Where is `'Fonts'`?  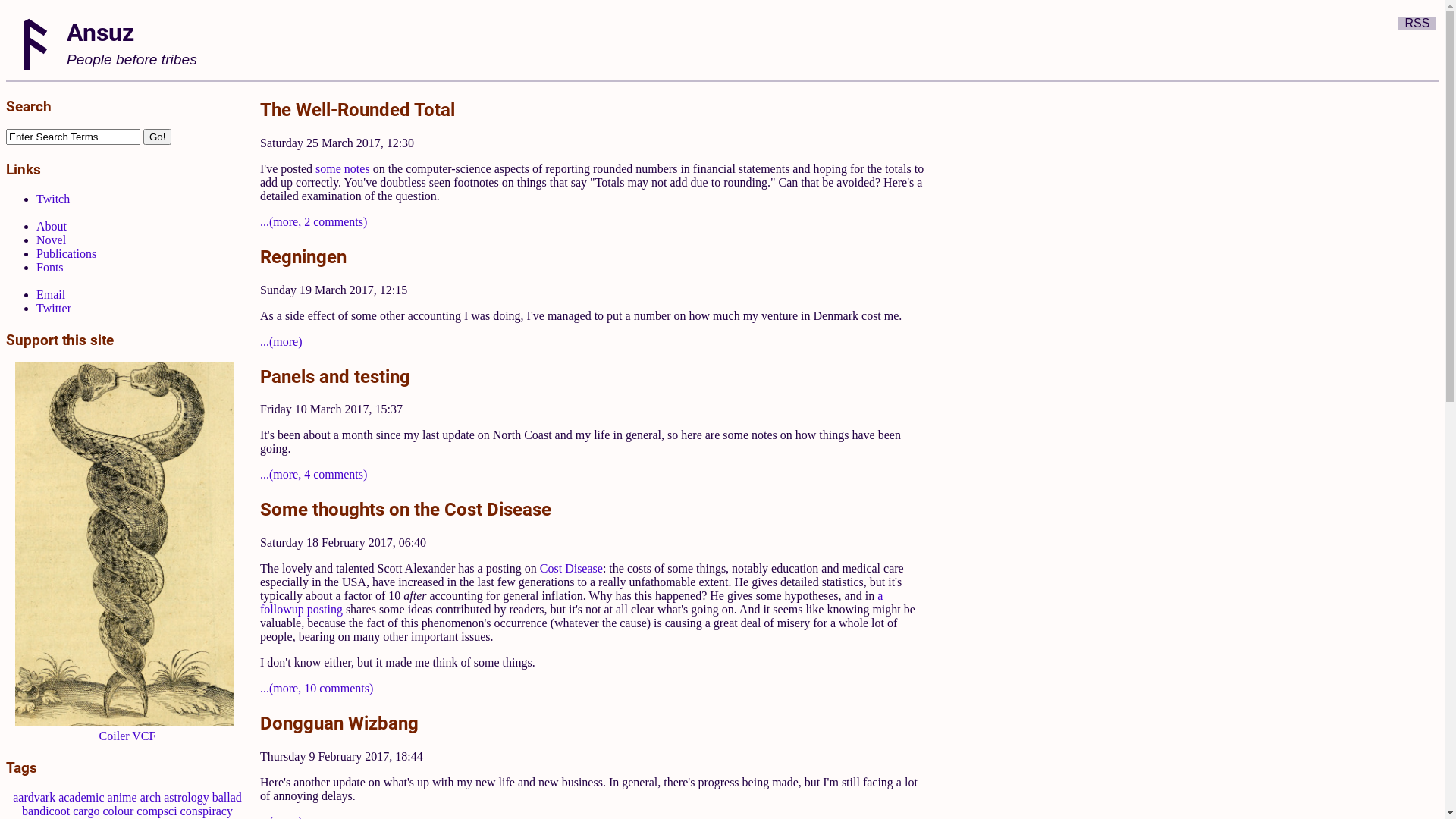
'Fonts' is located at coordinates (50, 266).